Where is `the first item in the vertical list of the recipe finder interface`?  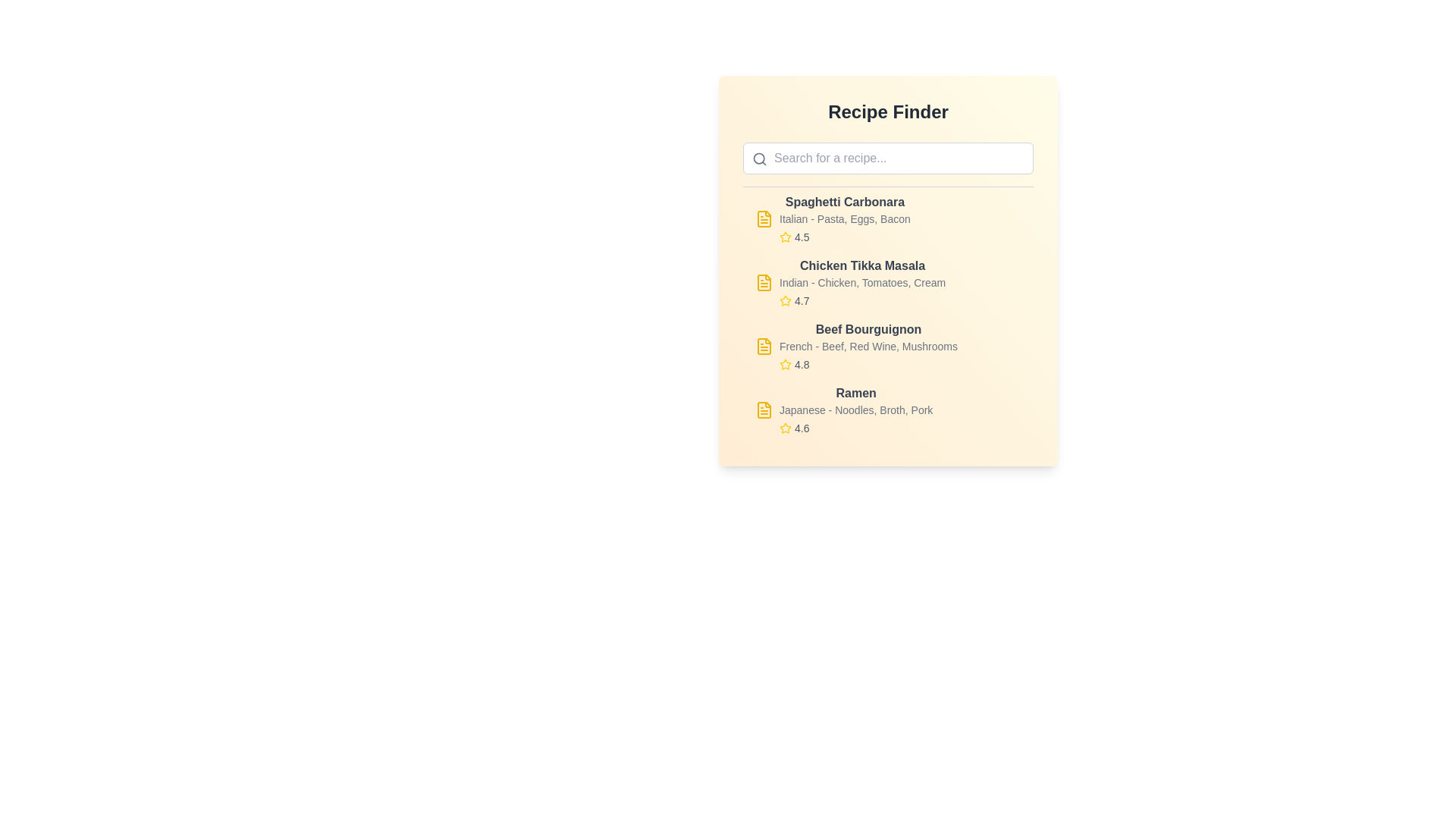 the first item in the vertical list of the recipe finder interface is located at coordinates (844, 219).